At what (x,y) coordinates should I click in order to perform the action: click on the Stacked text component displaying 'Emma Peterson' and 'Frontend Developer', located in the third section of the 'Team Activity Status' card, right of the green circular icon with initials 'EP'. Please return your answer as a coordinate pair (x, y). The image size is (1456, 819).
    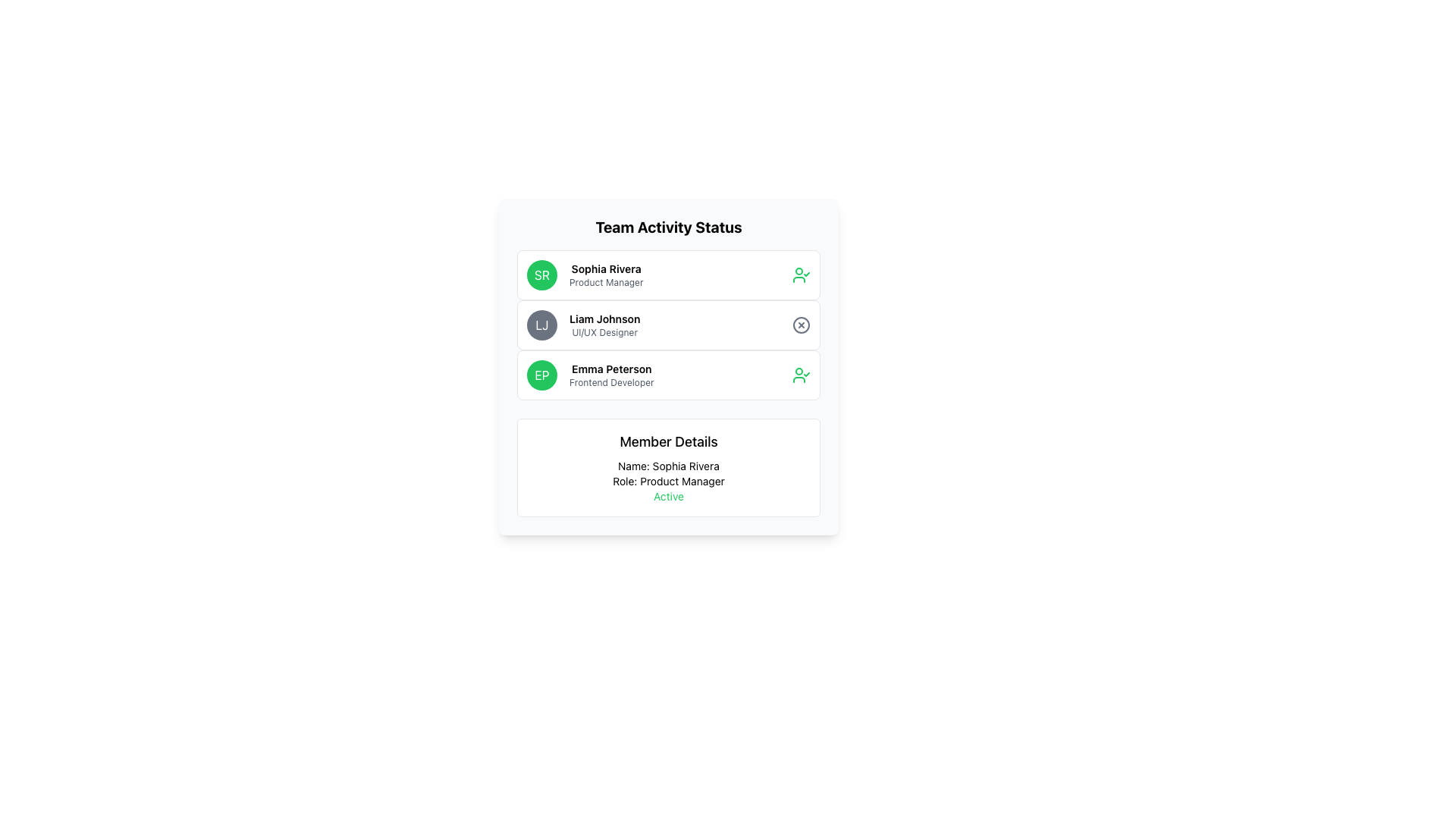
    Looking at the image, I should click on (611, 375).